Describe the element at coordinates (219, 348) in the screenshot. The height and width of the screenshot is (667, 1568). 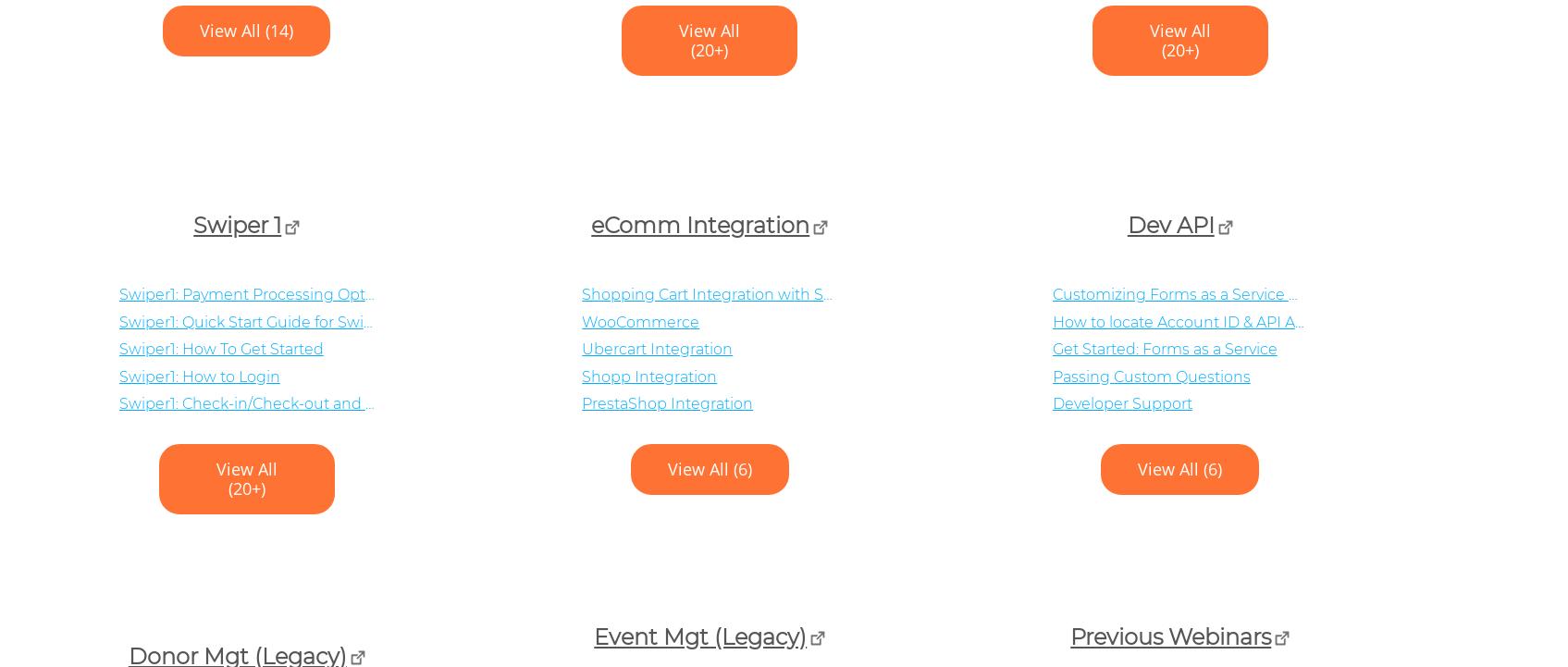
I see `'Swiper1: How To Get Started'` at that location.